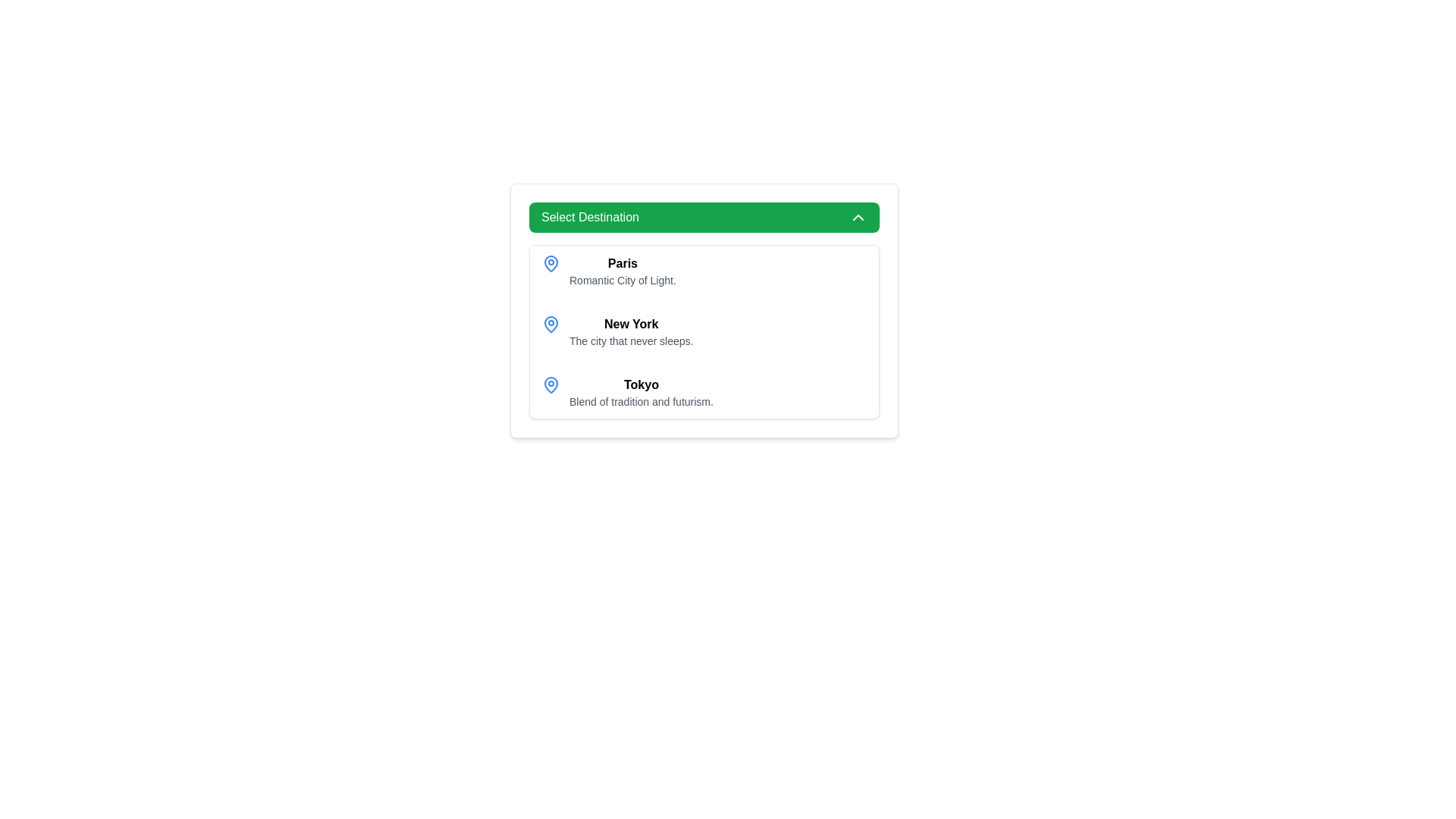 The height and width of the screenshot is (819, 1456). What do you see at coordinates (550, 324) in the screenshot?
I see `the blue map pin icon next to the text 'New York' in the dropdown menu` at bounding box center [550, 324].